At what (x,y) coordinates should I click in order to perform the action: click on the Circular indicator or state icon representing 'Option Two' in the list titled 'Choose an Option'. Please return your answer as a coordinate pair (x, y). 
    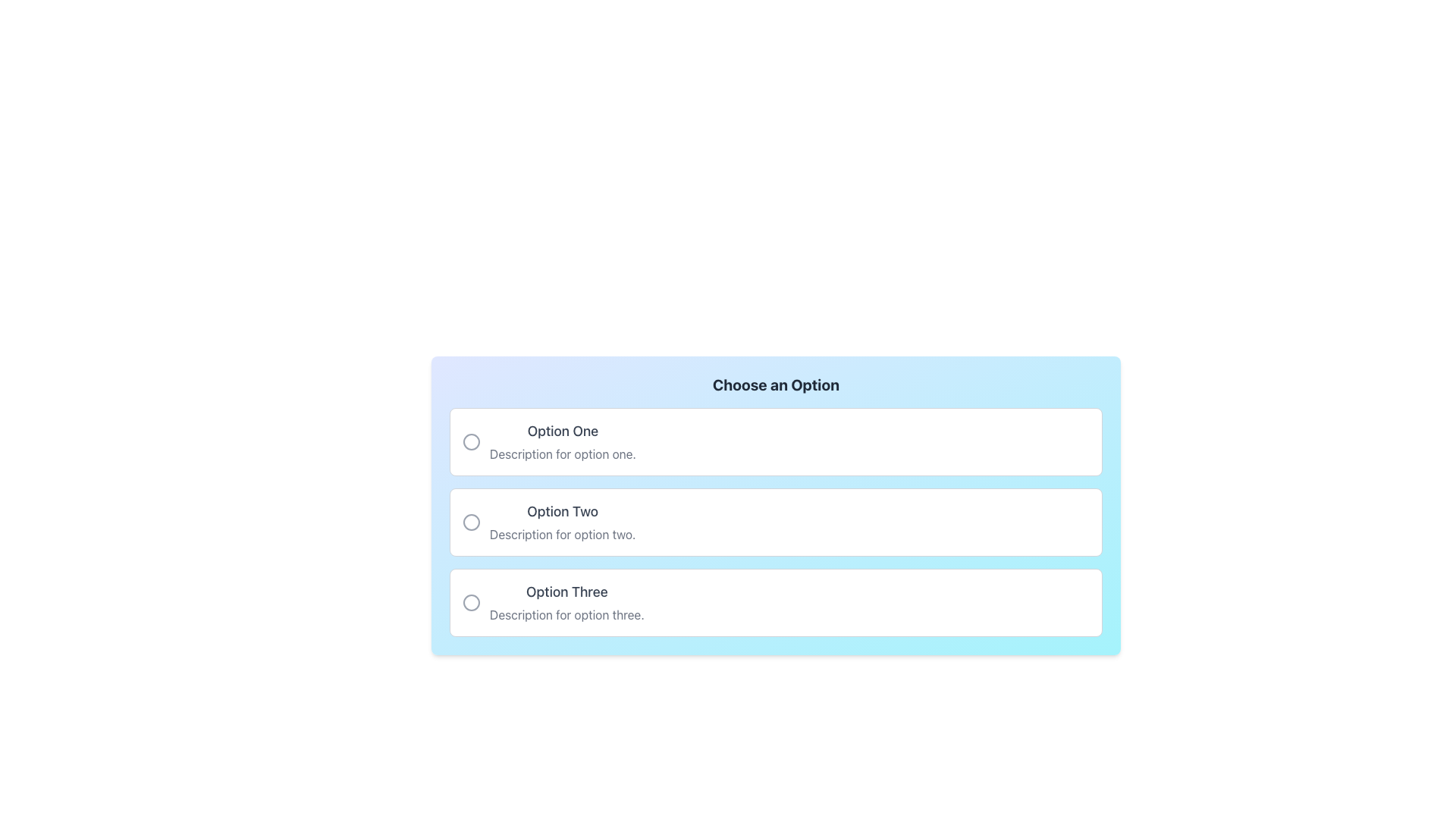
    Looking at the image, I should click on (471, 522).